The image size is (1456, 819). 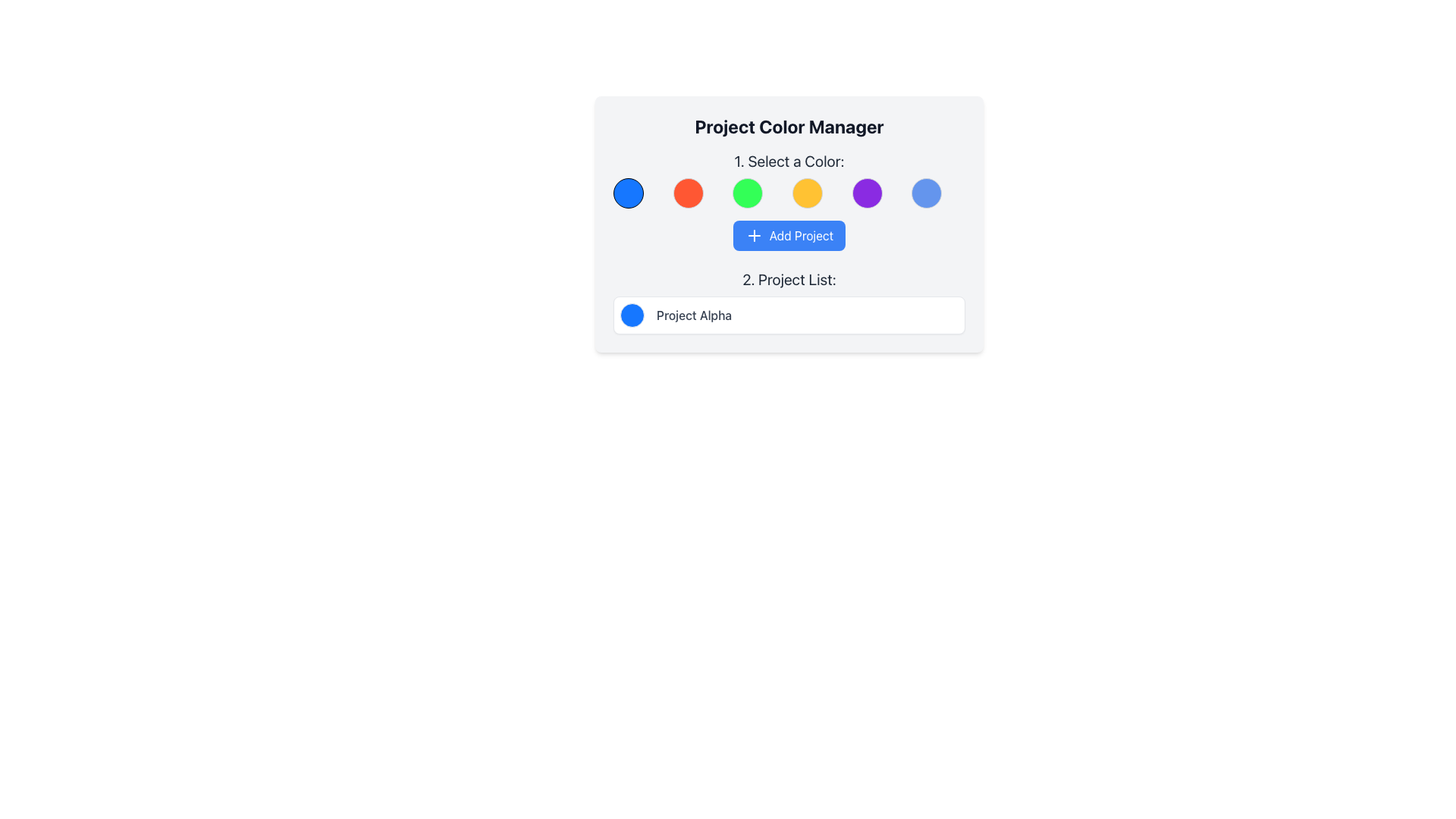 What do you see at coordinates (789, 280) in the screenshot?
I see `the Text label indicating the start of the project list section, which is positioned directly under '1. Select a Color:' and above the project list` at bounding box center [789, 280].